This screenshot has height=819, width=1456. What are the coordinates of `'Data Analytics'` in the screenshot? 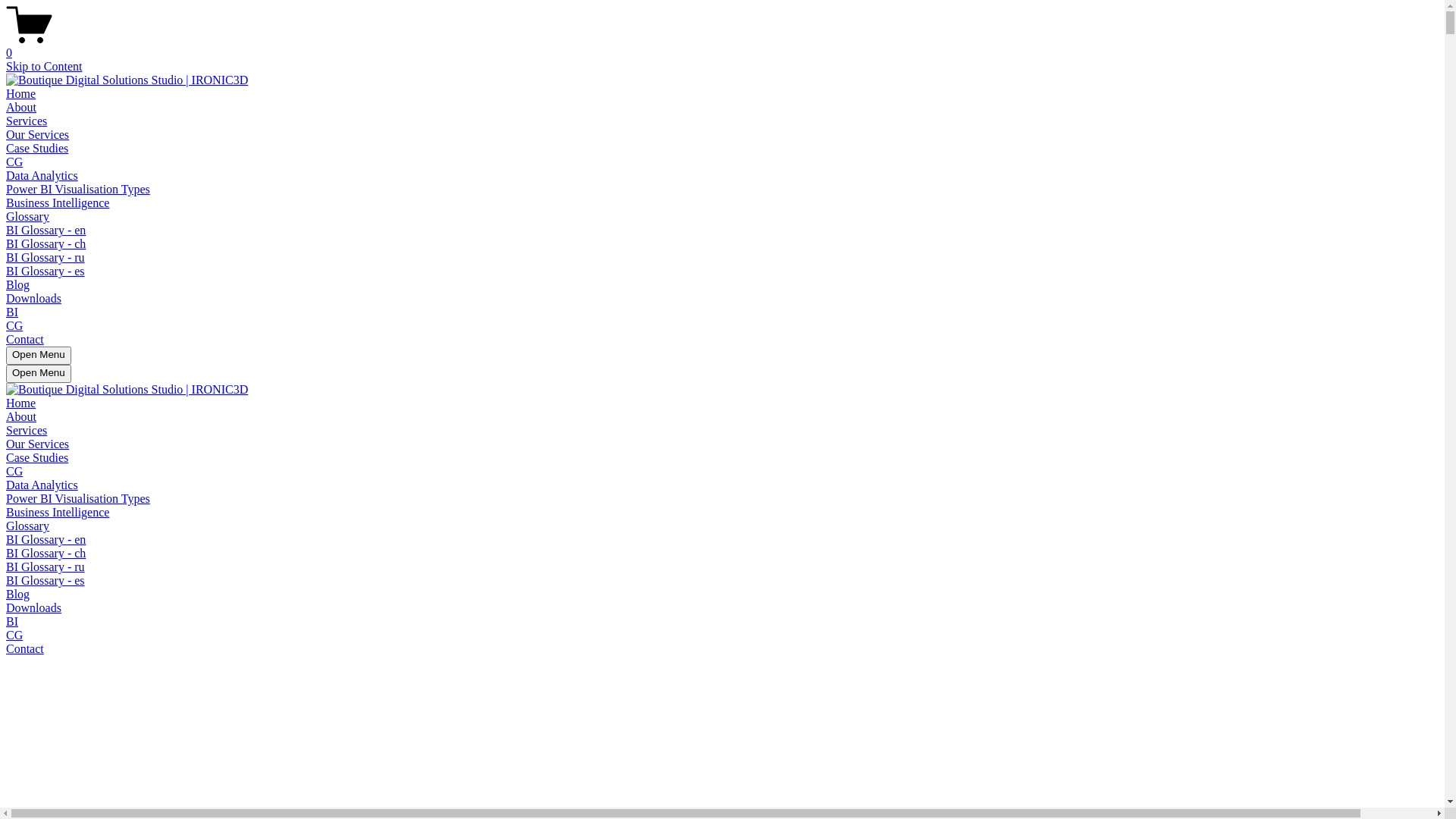 It's located at (42, 485).